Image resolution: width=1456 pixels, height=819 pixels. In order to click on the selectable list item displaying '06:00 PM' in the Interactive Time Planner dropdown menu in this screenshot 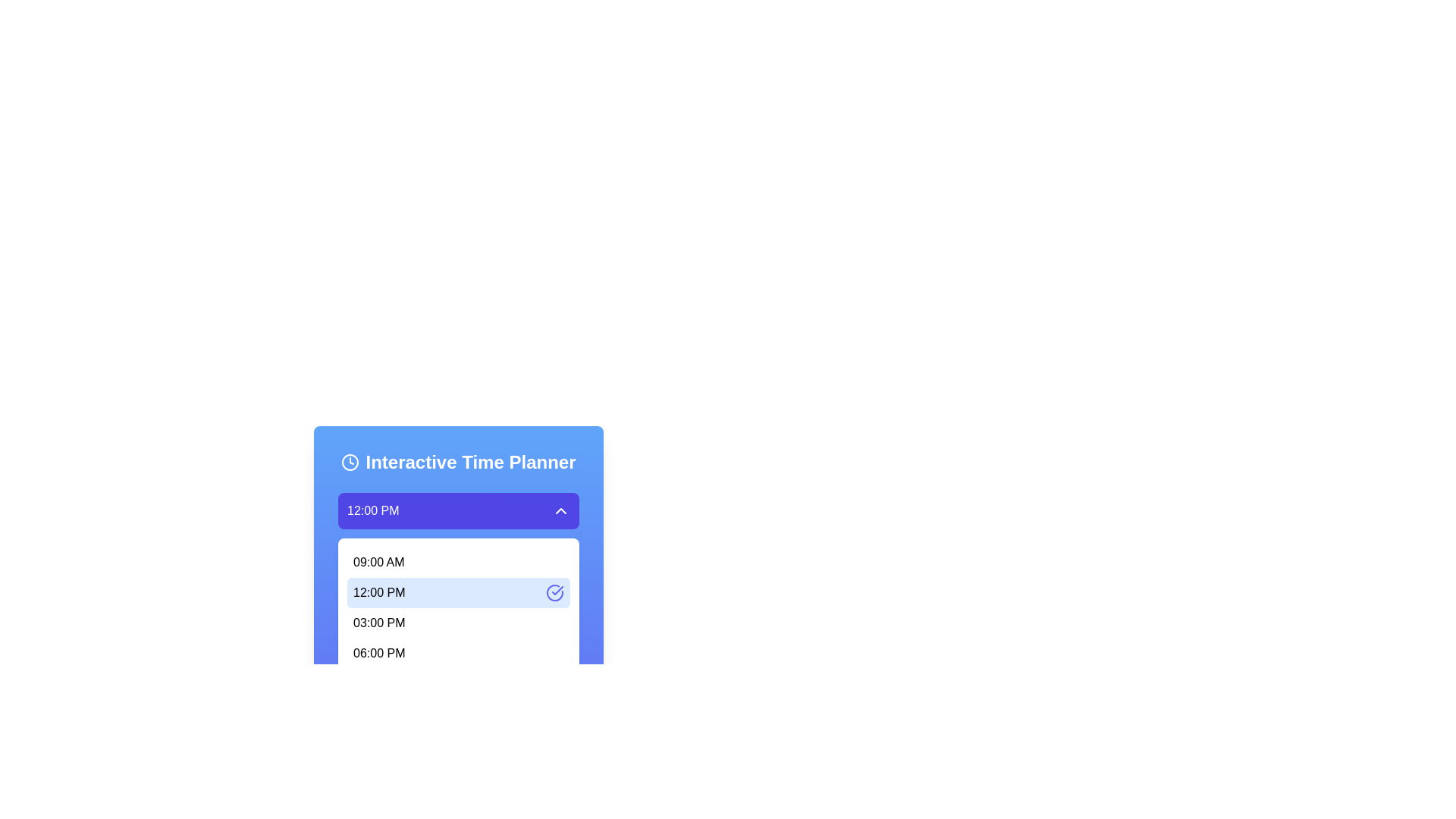, I will do `click(457, 652)`.